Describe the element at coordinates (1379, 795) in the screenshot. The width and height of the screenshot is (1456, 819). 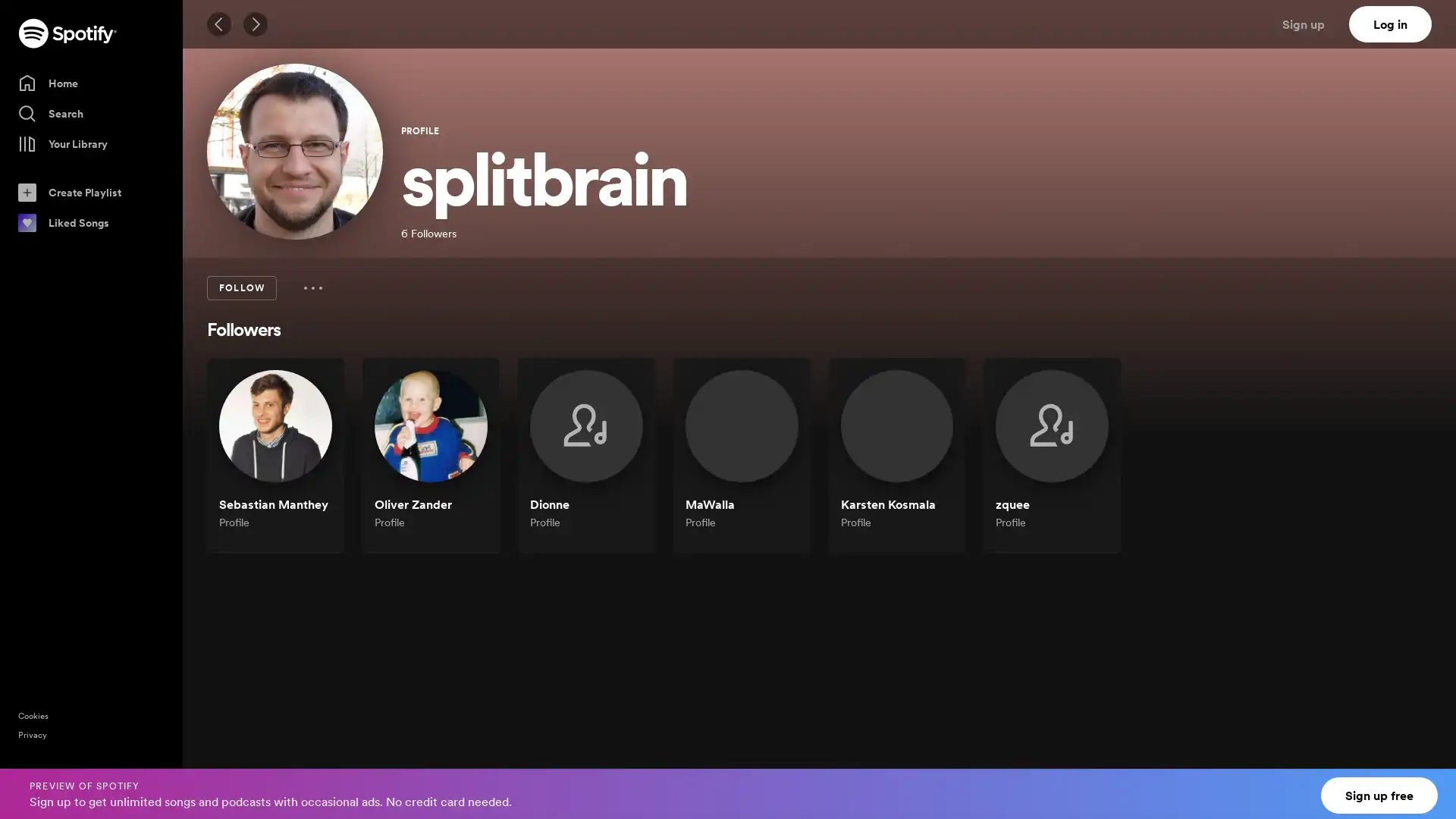
I see `Sign up free` at that location.